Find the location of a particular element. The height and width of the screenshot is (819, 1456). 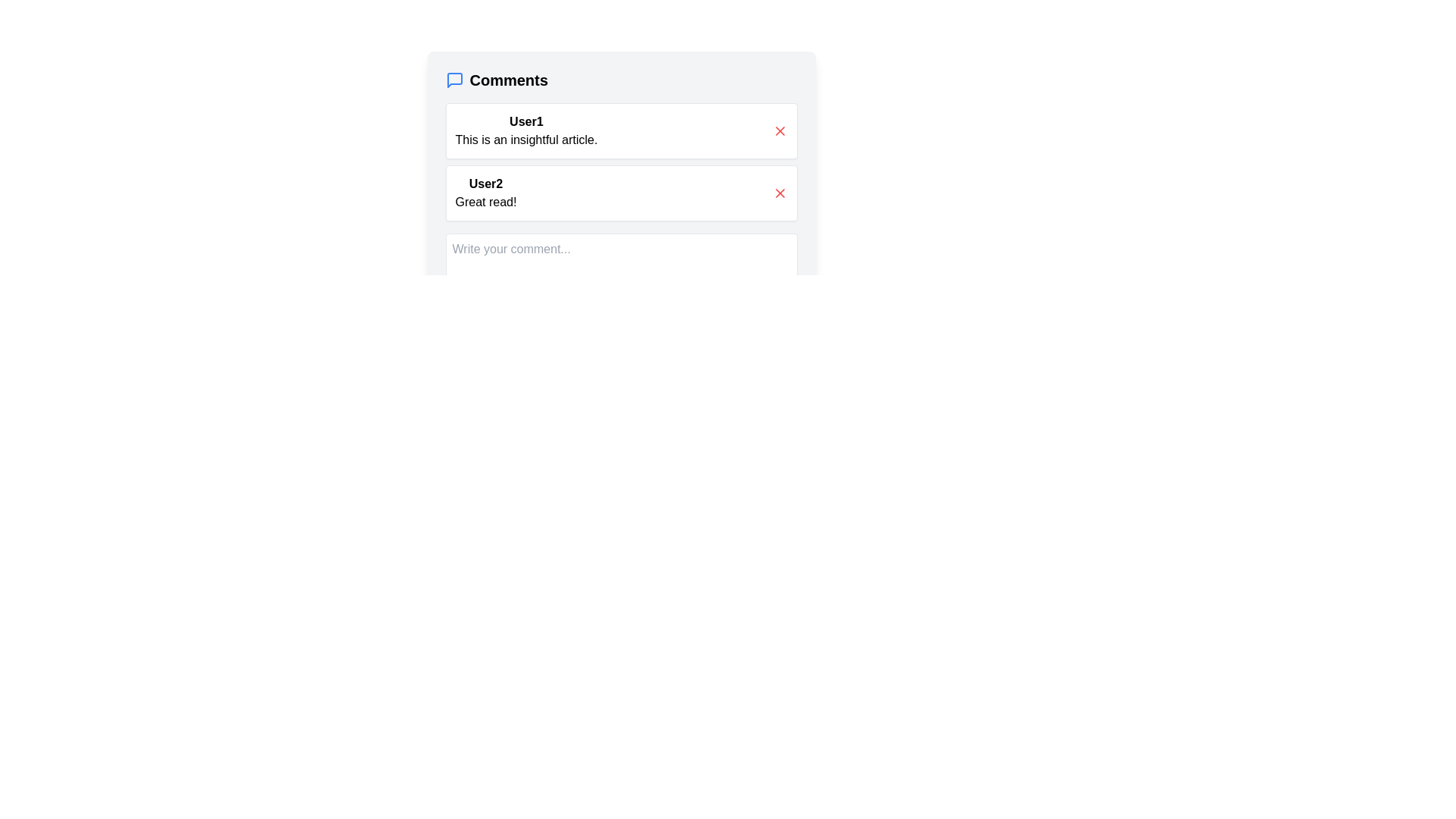

the small red 'X' icon located to the far right of User1's comment in the comment section is located at coordinates (780, 130).